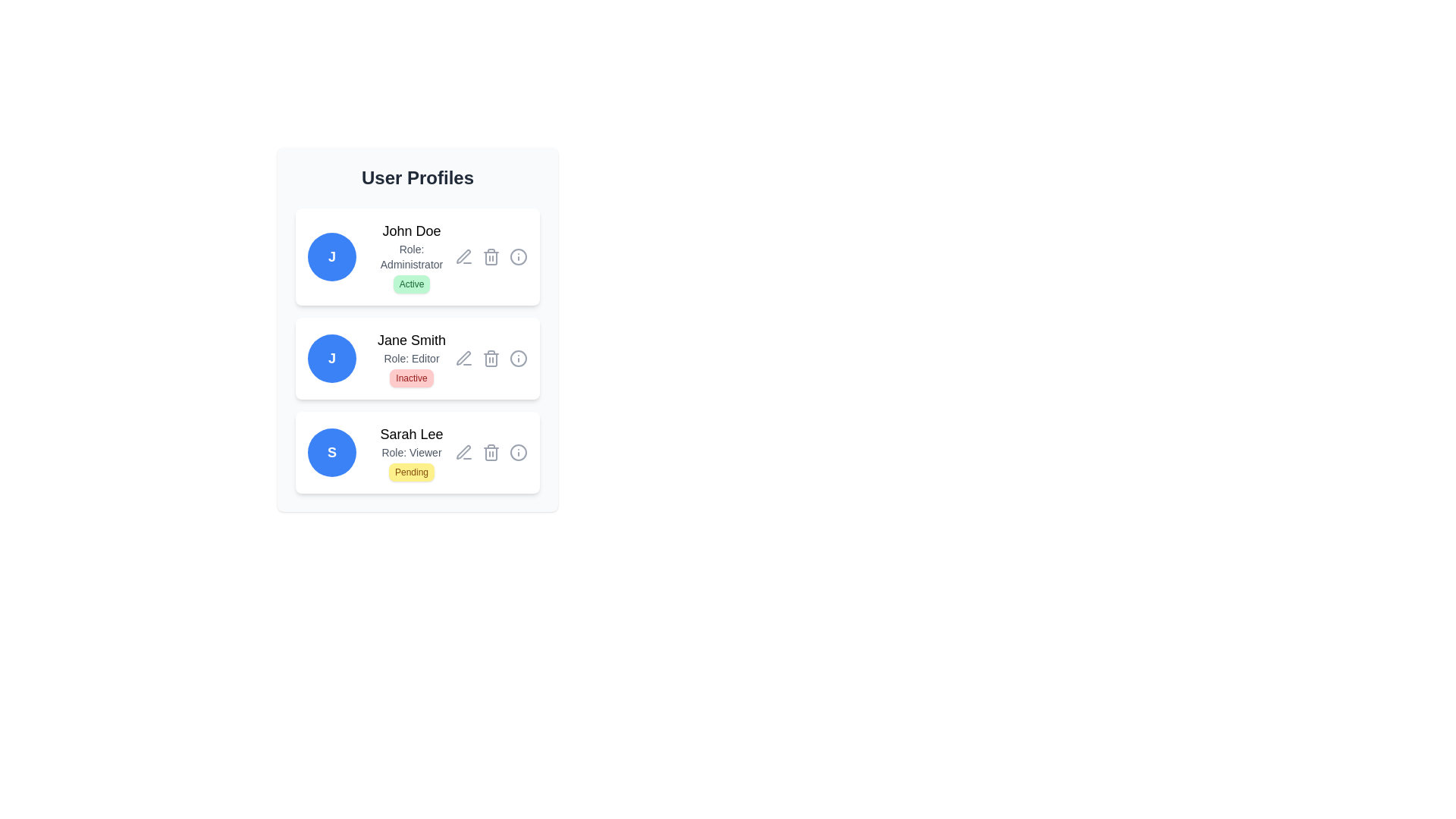 The width and height of the screenshot is (1456, 819). I want to click on the Label displaying 'Role: Editor' which is located beneath the name 'Jane Smith' and above the 'Inactive' badge, so click(411, 359).